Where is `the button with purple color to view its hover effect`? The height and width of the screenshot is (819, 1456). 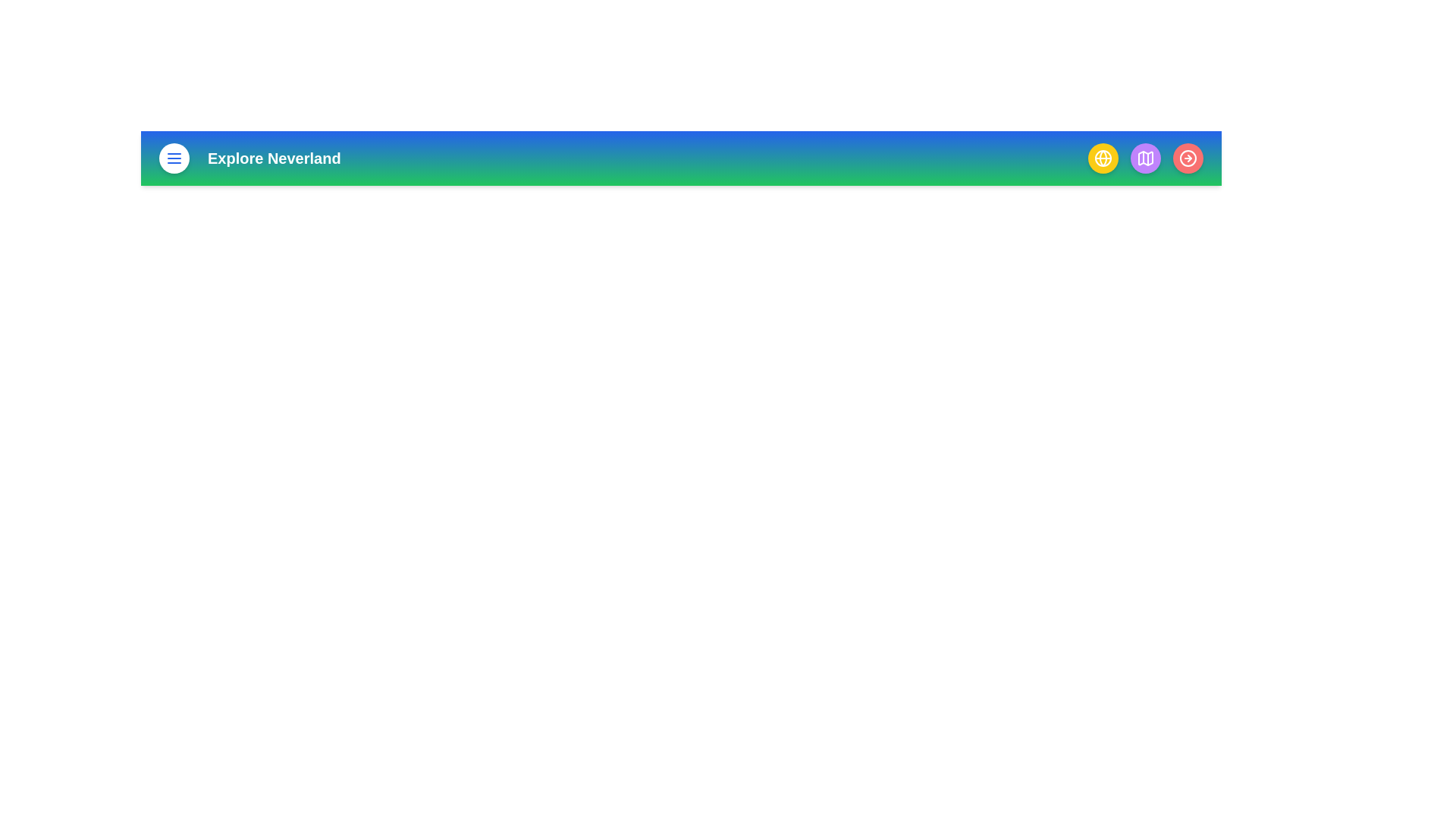
the button with purple color to view its hover effect is located at coordinates (1146, 158).